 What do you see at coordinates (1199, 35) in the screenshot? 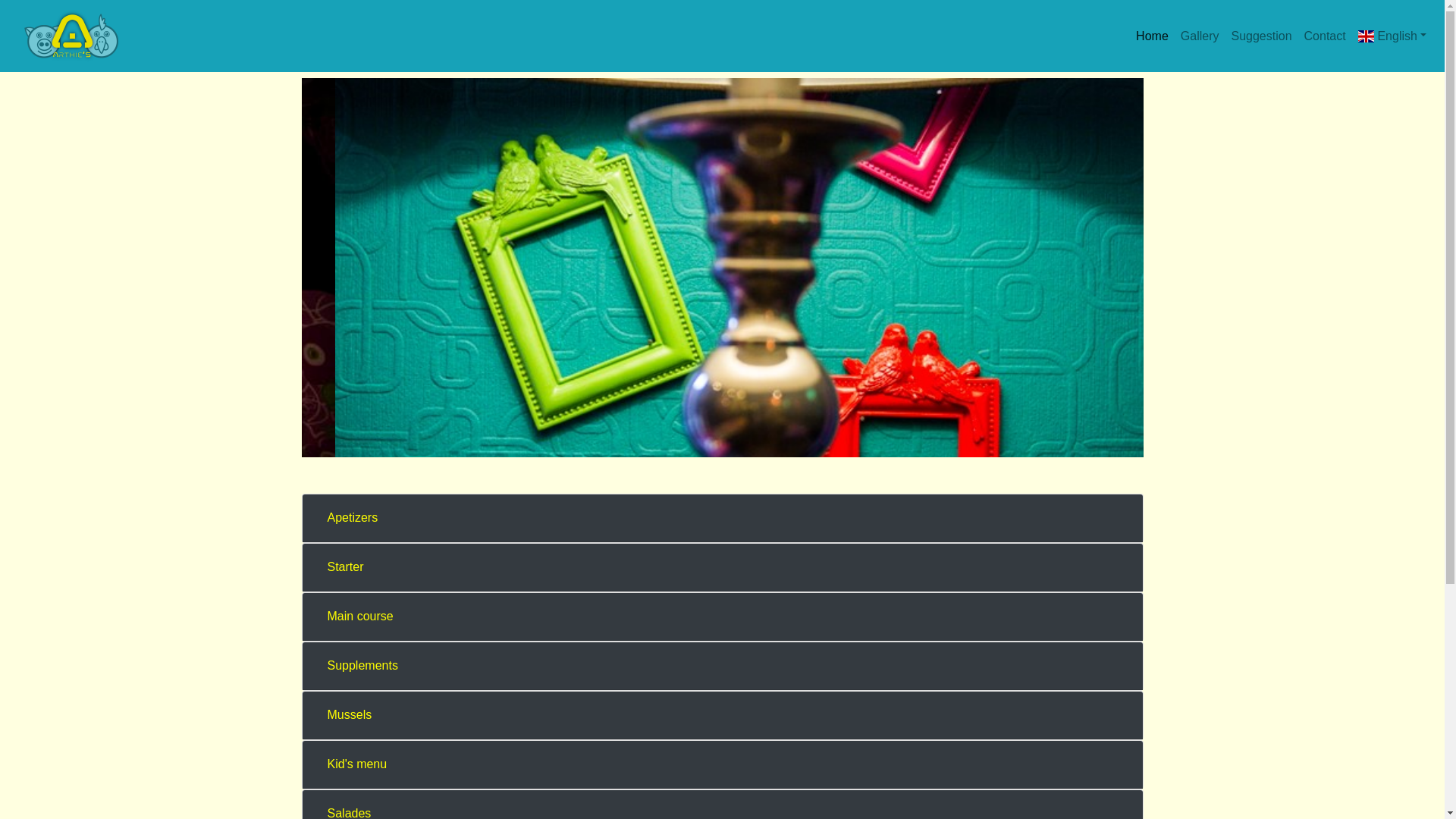
I see `'Gallery'` at bounding box center [1199, 35].